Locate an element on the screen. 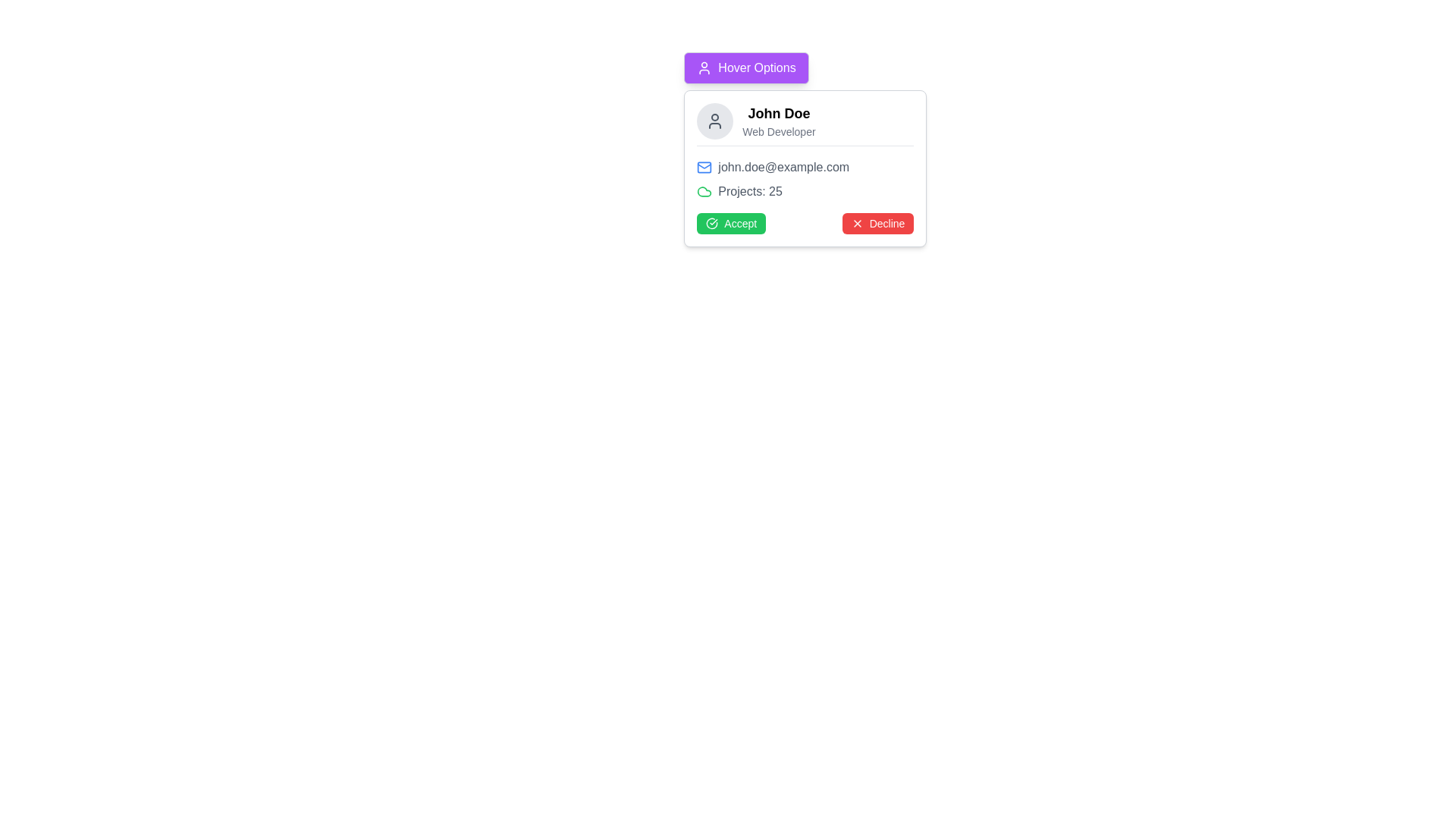 The width and height of the screenshot is (1456, 819). the text component displaying 'Web Developer' in a small serif font, styled in gray, located below 'John Doe' within the profile card is located at coordinates (779, 130).